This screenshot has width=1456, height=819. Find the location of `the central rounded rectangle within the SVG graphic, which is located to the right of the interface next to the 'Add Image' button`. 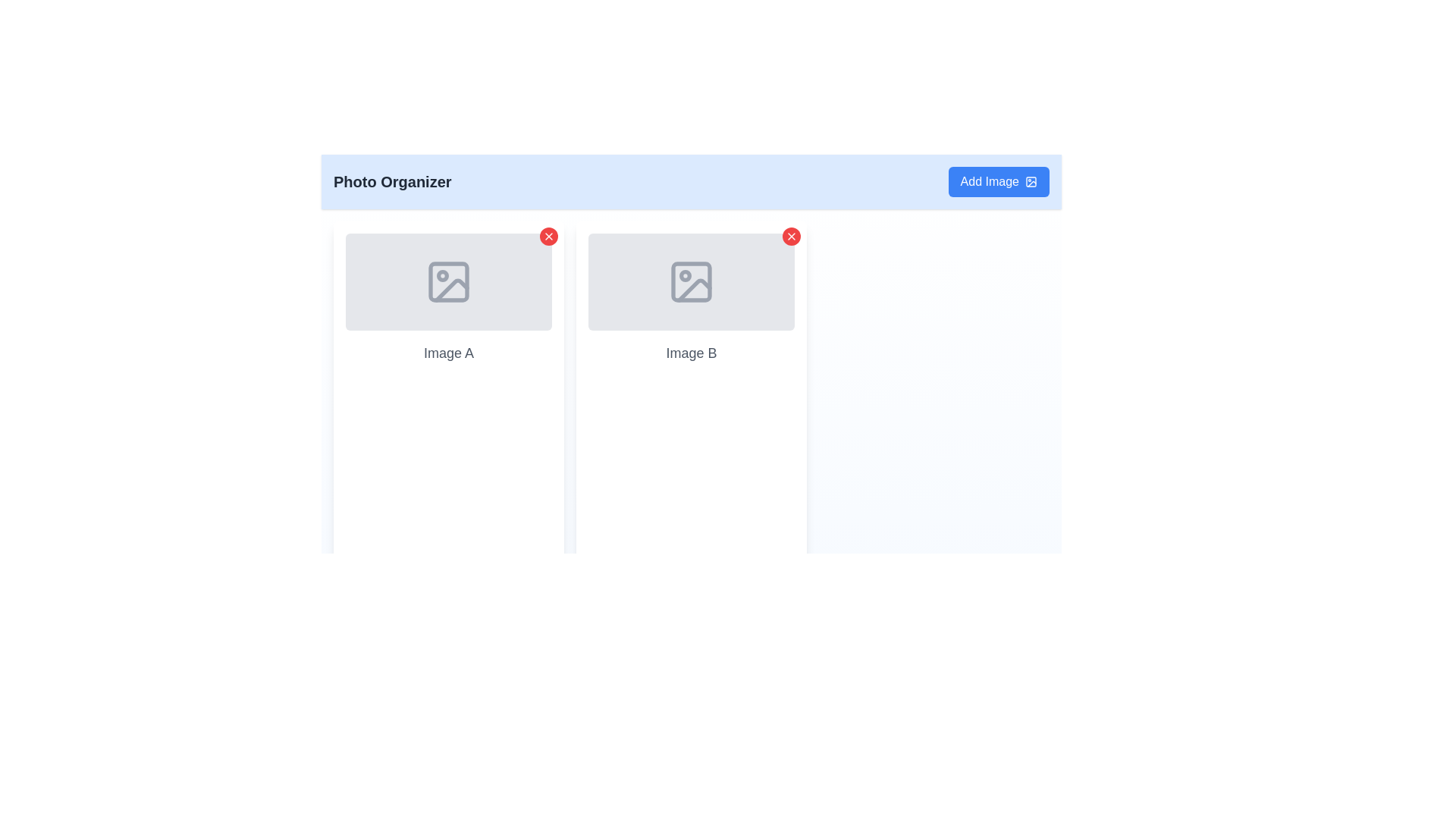

the central rounded rectangle within the SVG graphic, which is located to the right of the interface next to the 'Add Image' button is located at coordinates (1031, 180).